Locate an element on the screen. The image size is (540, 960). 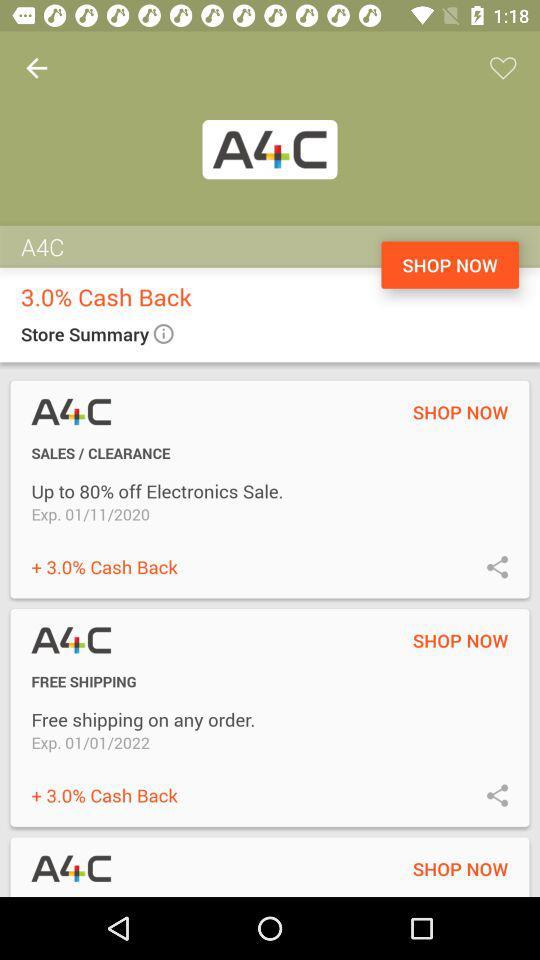
share is located at coordinates (496, 795).